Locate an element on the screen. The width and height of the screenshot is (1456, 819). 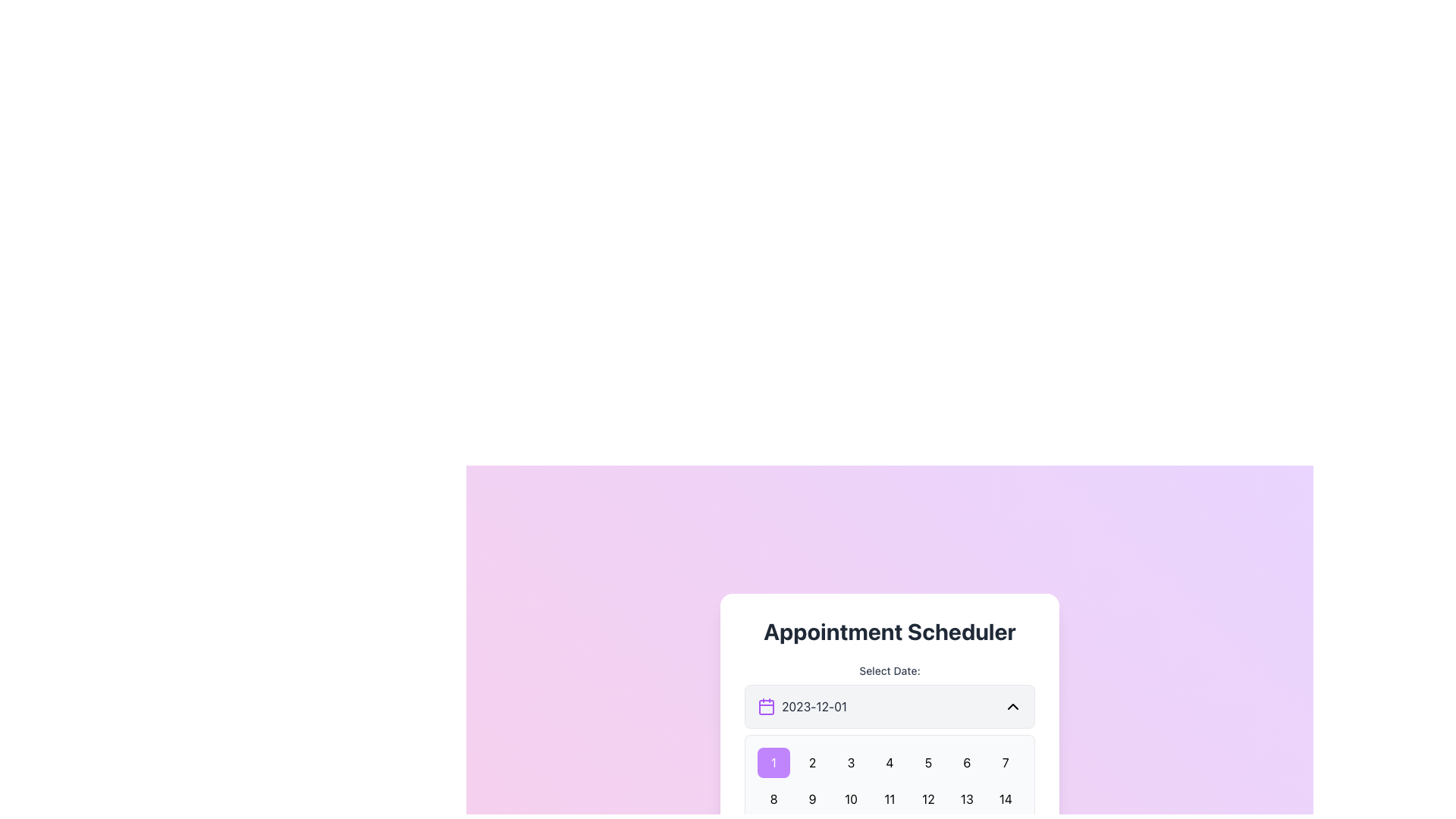
the button displaying the number '13' in the date picker is located at coordinates (966, 799).